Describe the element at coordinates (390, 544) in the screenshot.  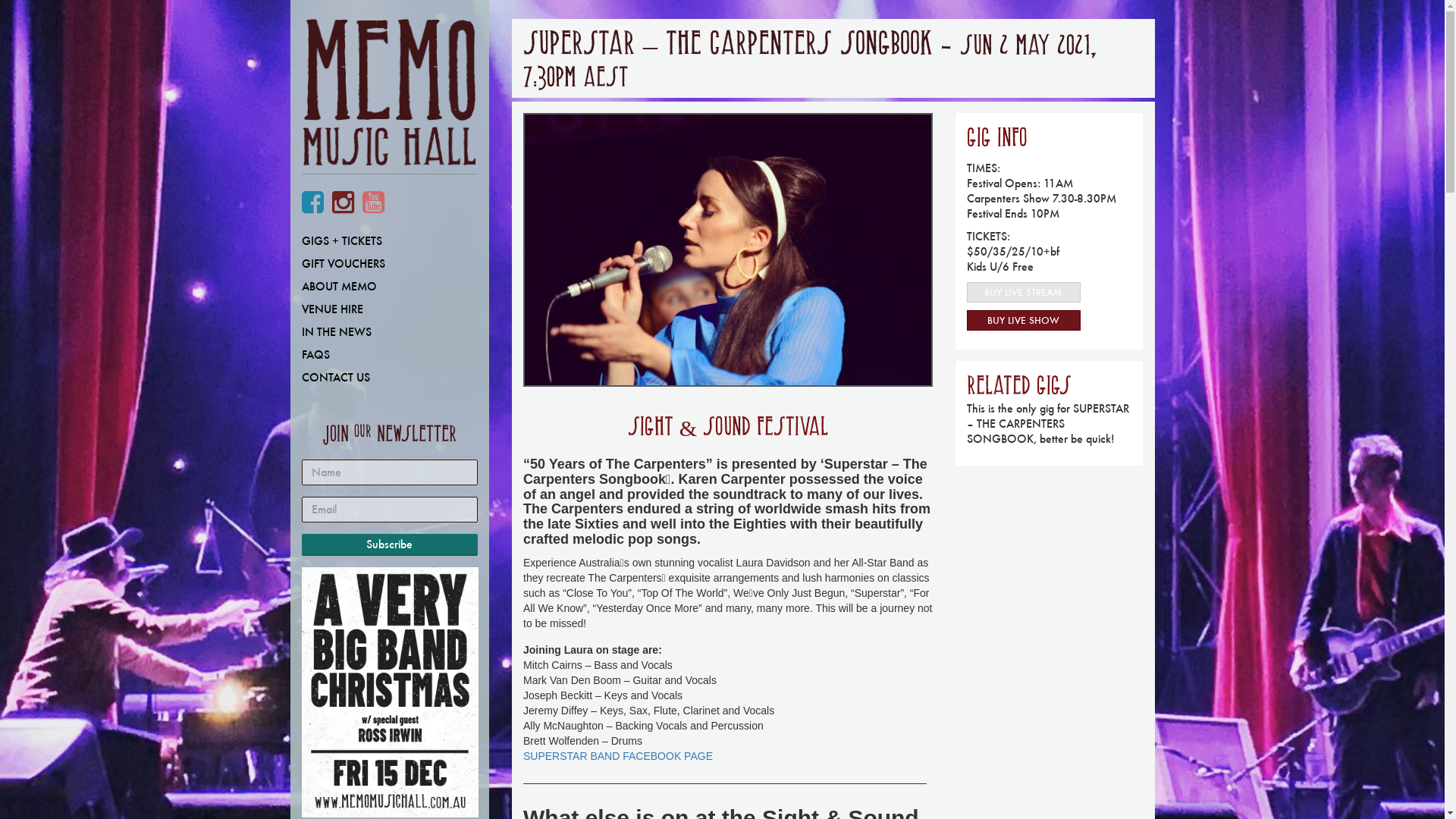
I see `'Subscribe'` at that location.